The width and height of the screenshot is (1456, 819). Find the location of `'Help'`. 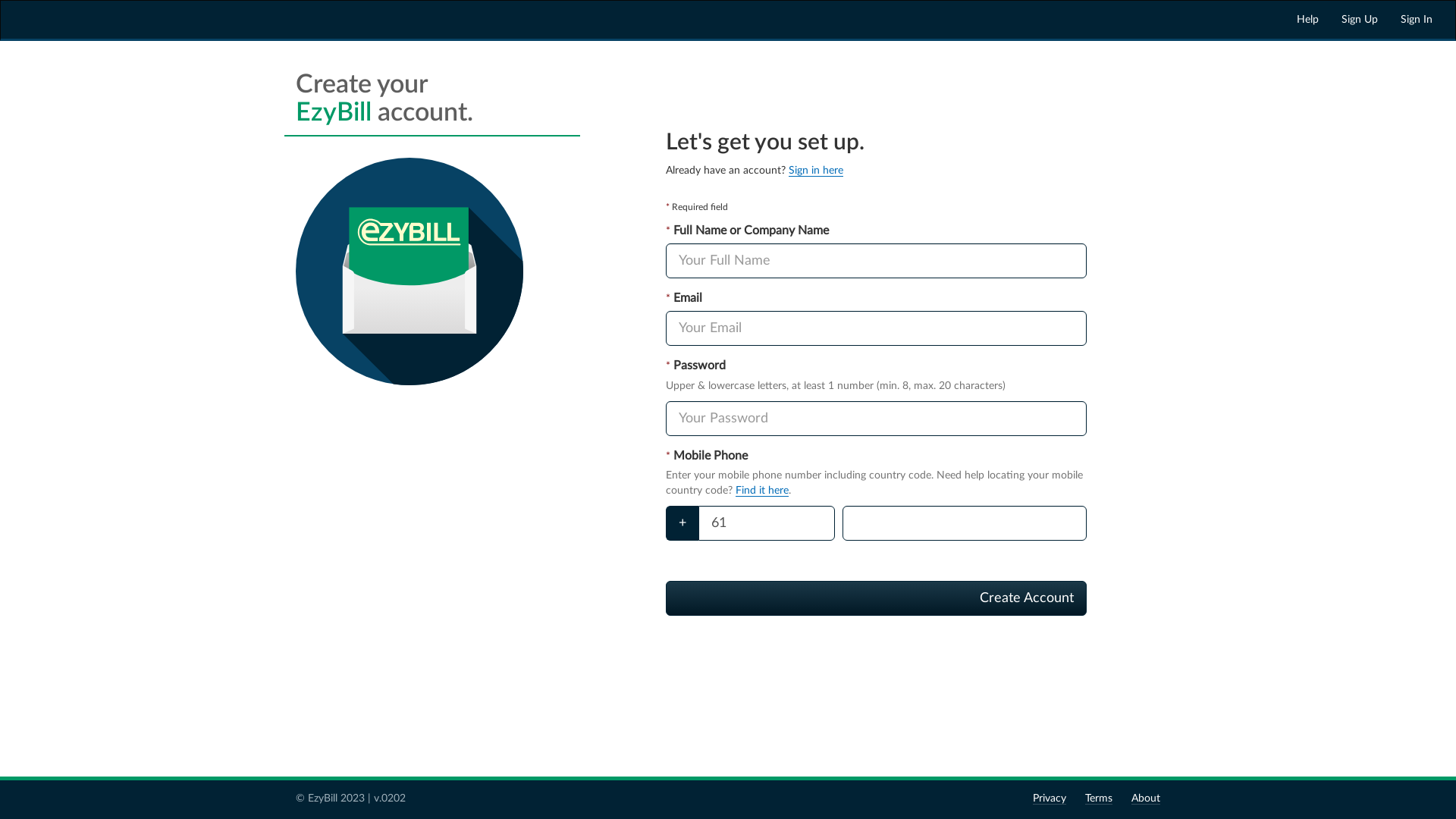

'Help' is located at coordinates (1307, 20).